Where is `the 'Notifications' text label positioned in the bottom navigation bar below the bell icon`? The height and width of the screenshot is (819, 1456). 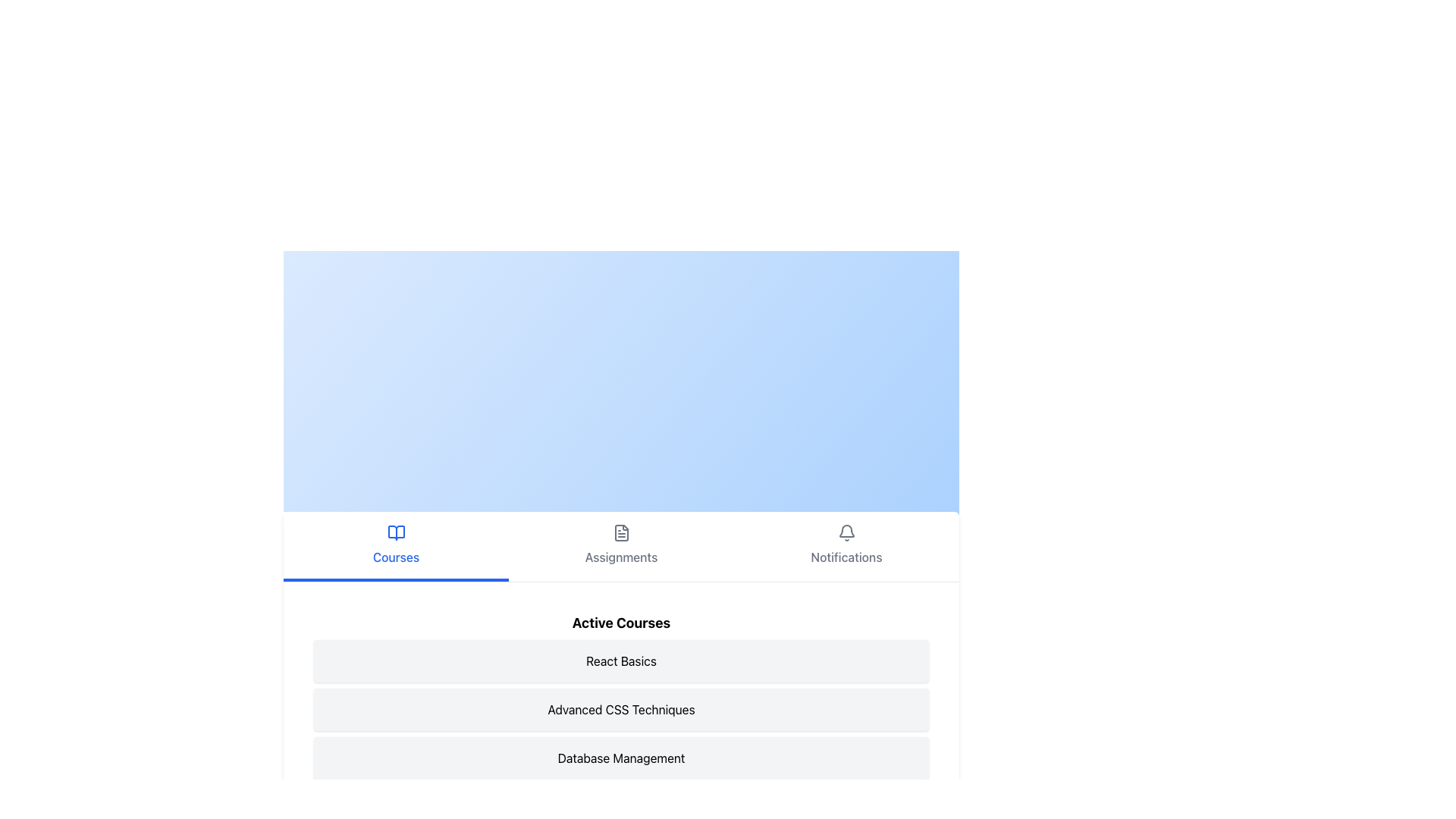
the 'Notifications' text label positioned in the bottom navigation bar below the bell icon is located at coordinates (846, 557).